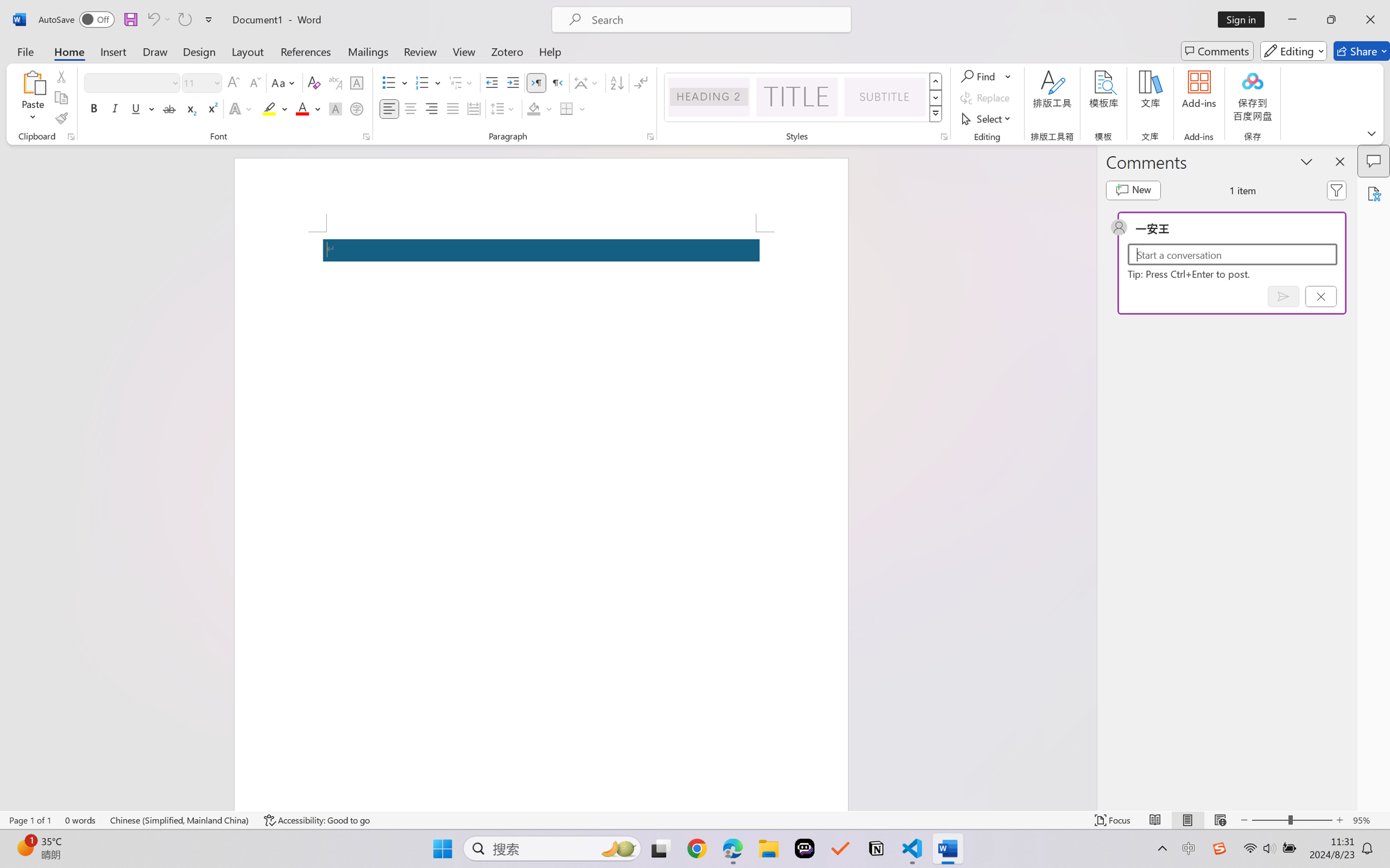 This screenshot has width=1390, height=868. I want to click on 'Repeat Accessibility Checker', so click(184, 19).